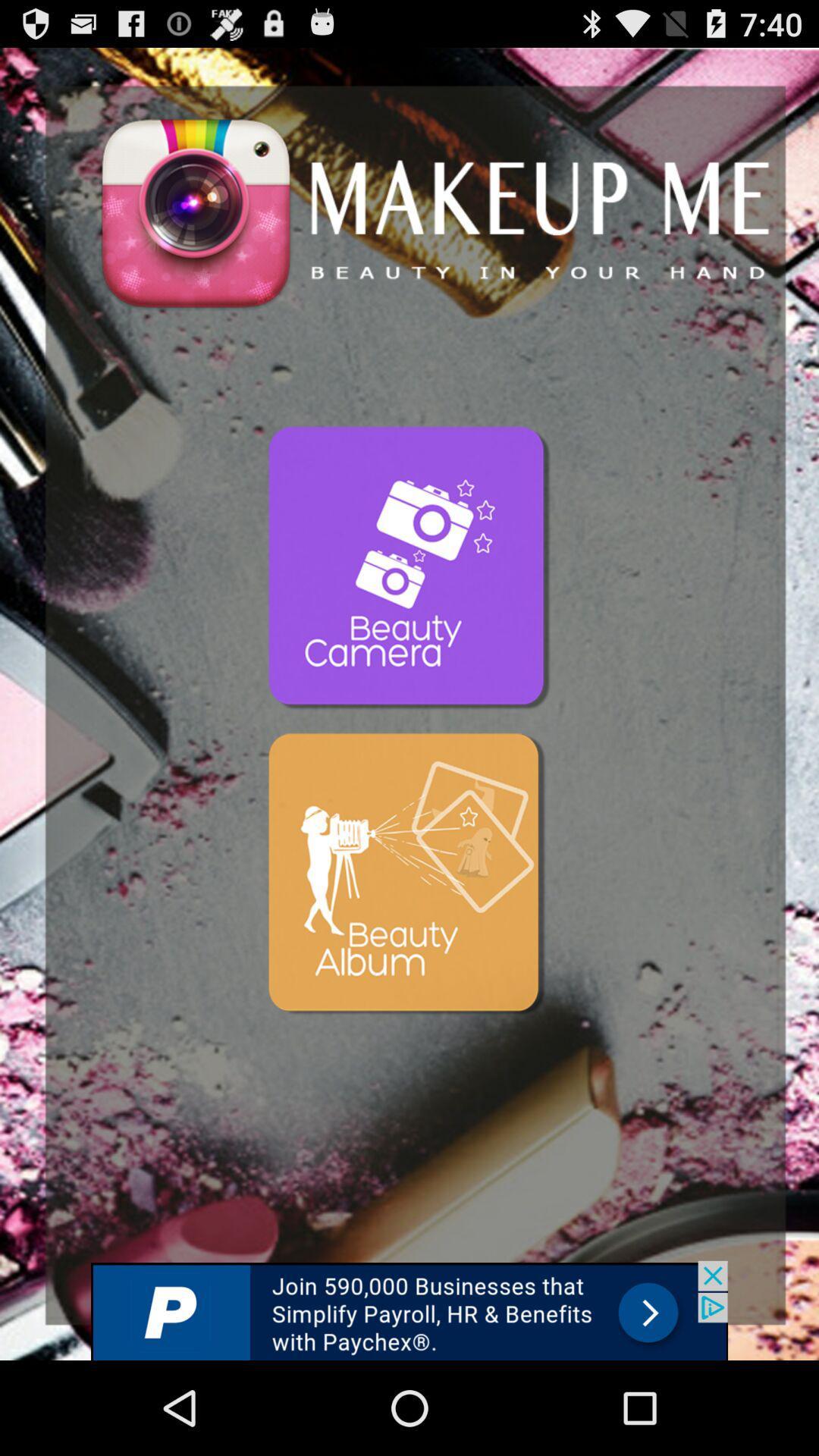 The width and height of the screenshot is (819, 1456). What do you see at coordinates (409, 1310) in the screenshot?
I see `advertisement page` at bounding box center [409, 1310].